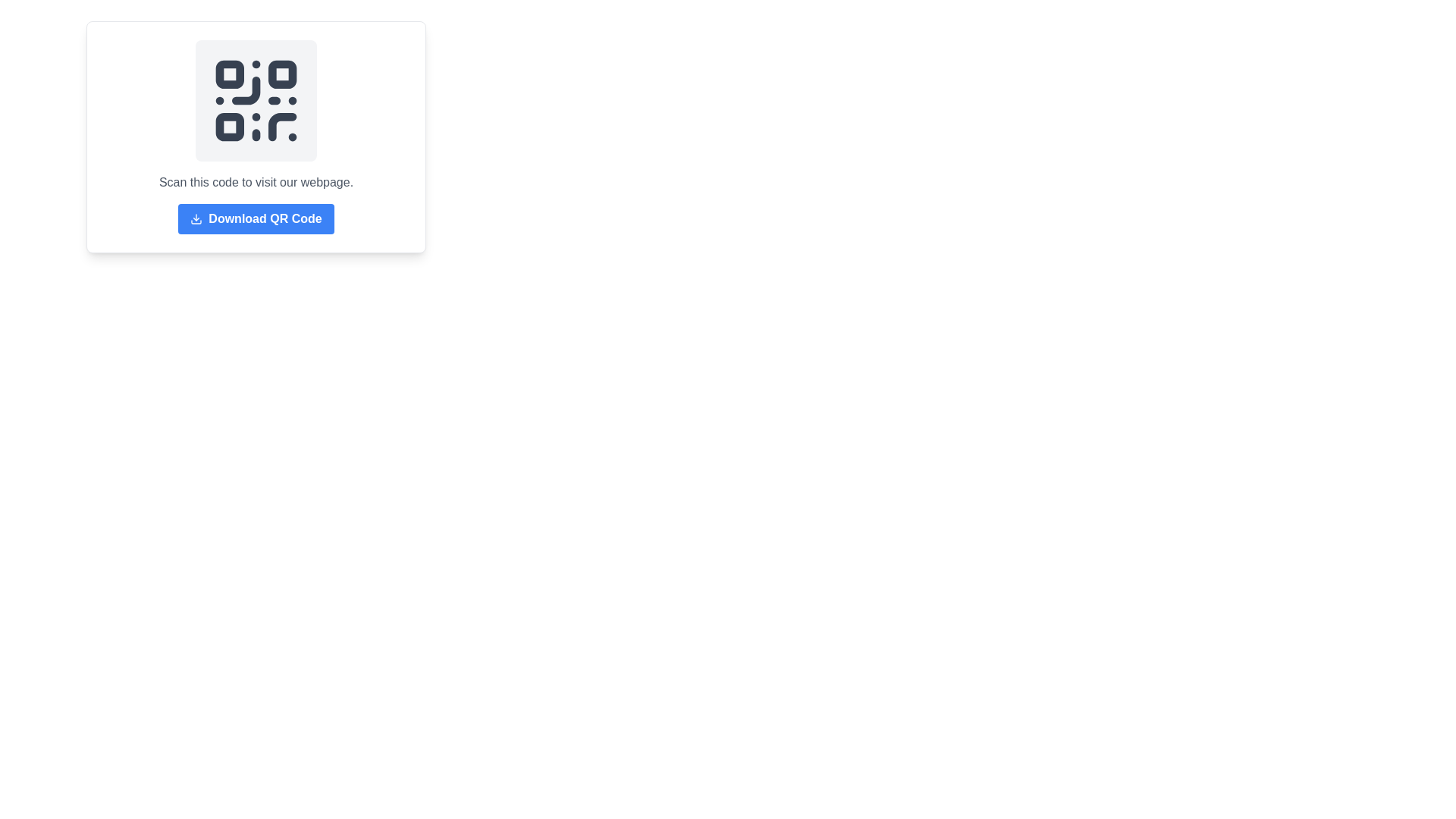  What do you see at coordinates (256, 219) in the screenshot?
I see `the download QR code button located at the bottom of the card layout to change its color` at bounding box center [256, 219].